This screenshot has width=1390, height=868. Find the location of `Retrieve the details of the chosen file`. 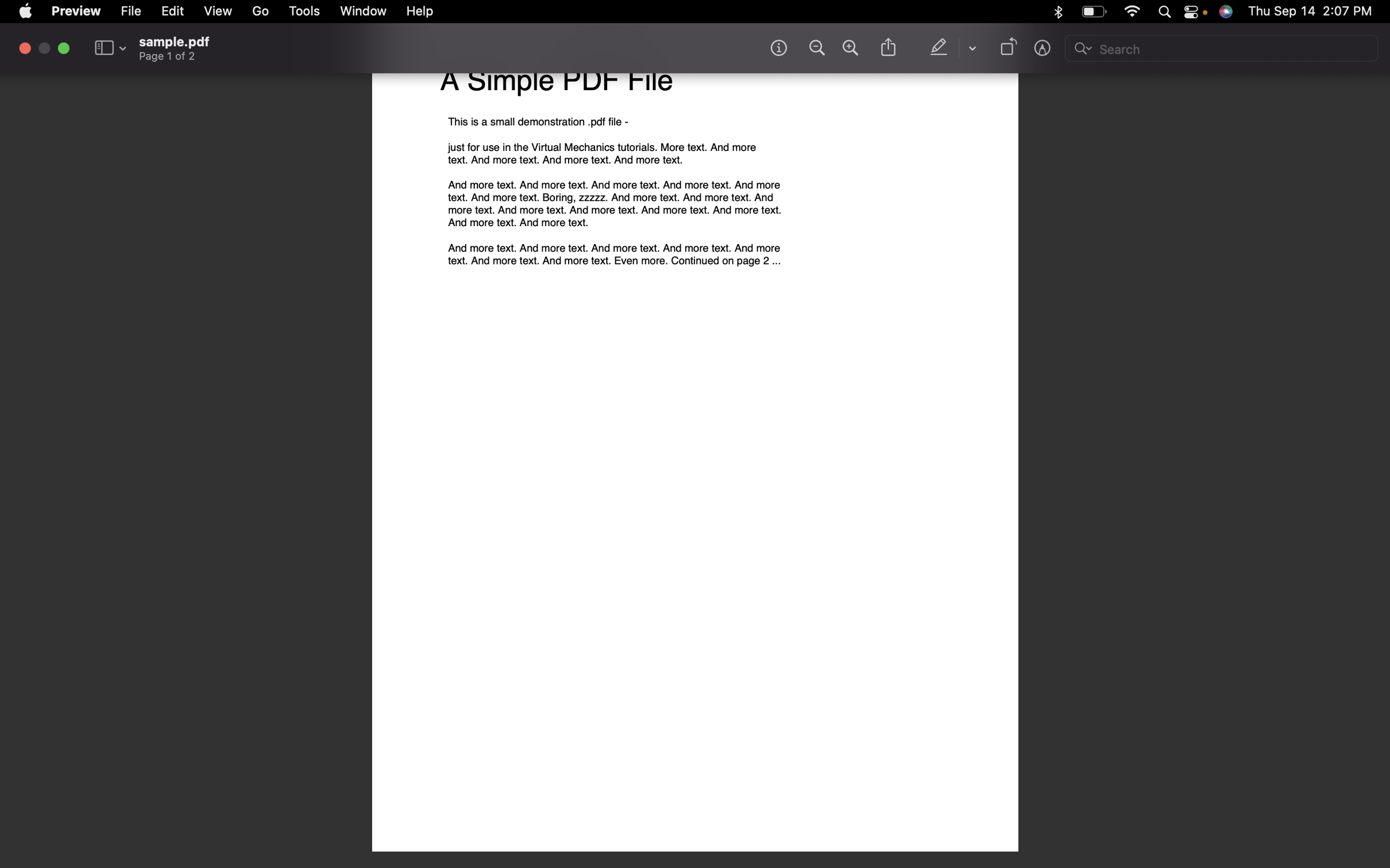

Retrieve the details of the chosen file is located at coordinates (132, 10).